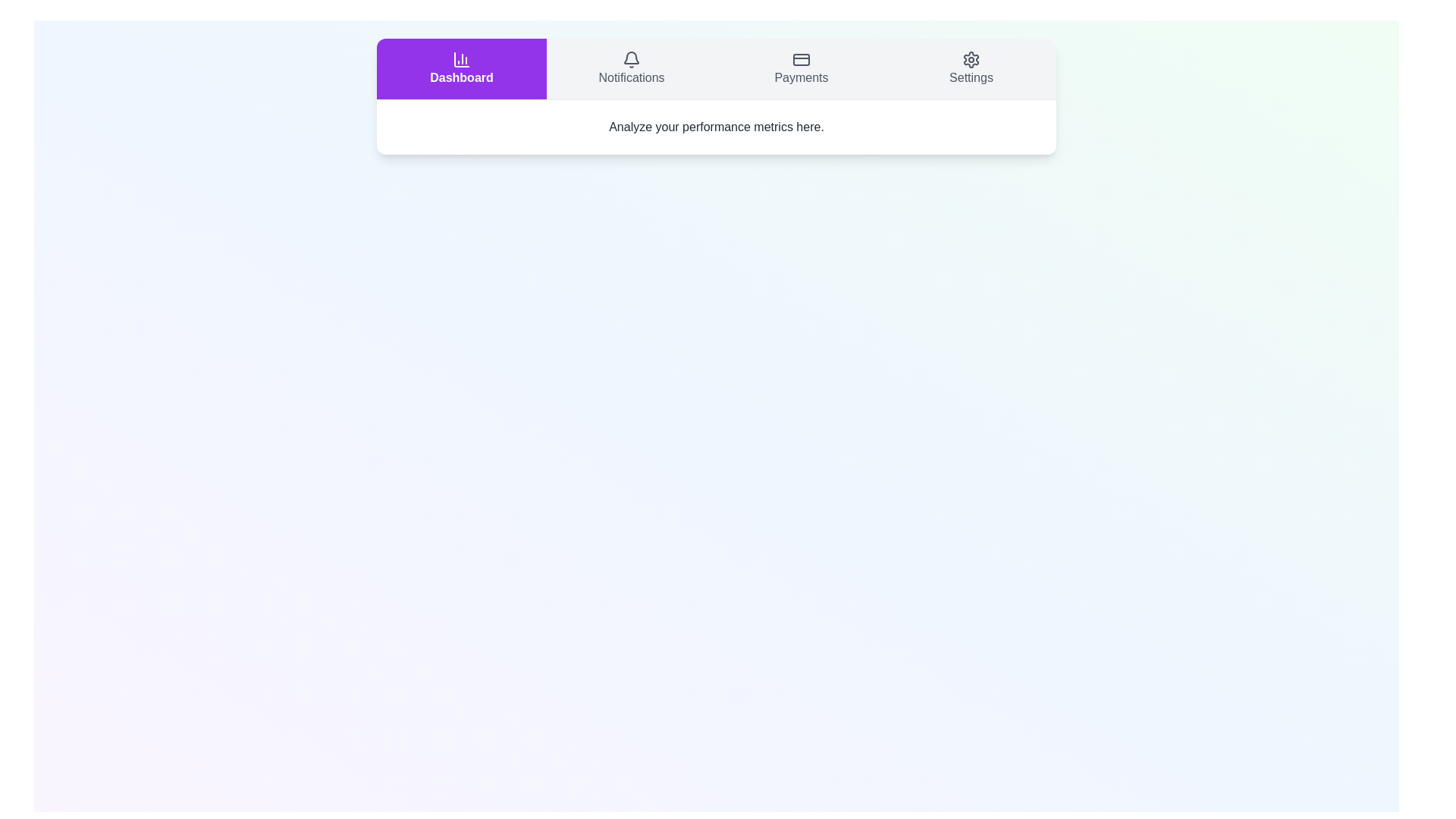 This screenshot has width=1456, height=819. Describe the element at coordinates (632, 69) in the screenshot. I see `the Notifications tab to select it` at that location.